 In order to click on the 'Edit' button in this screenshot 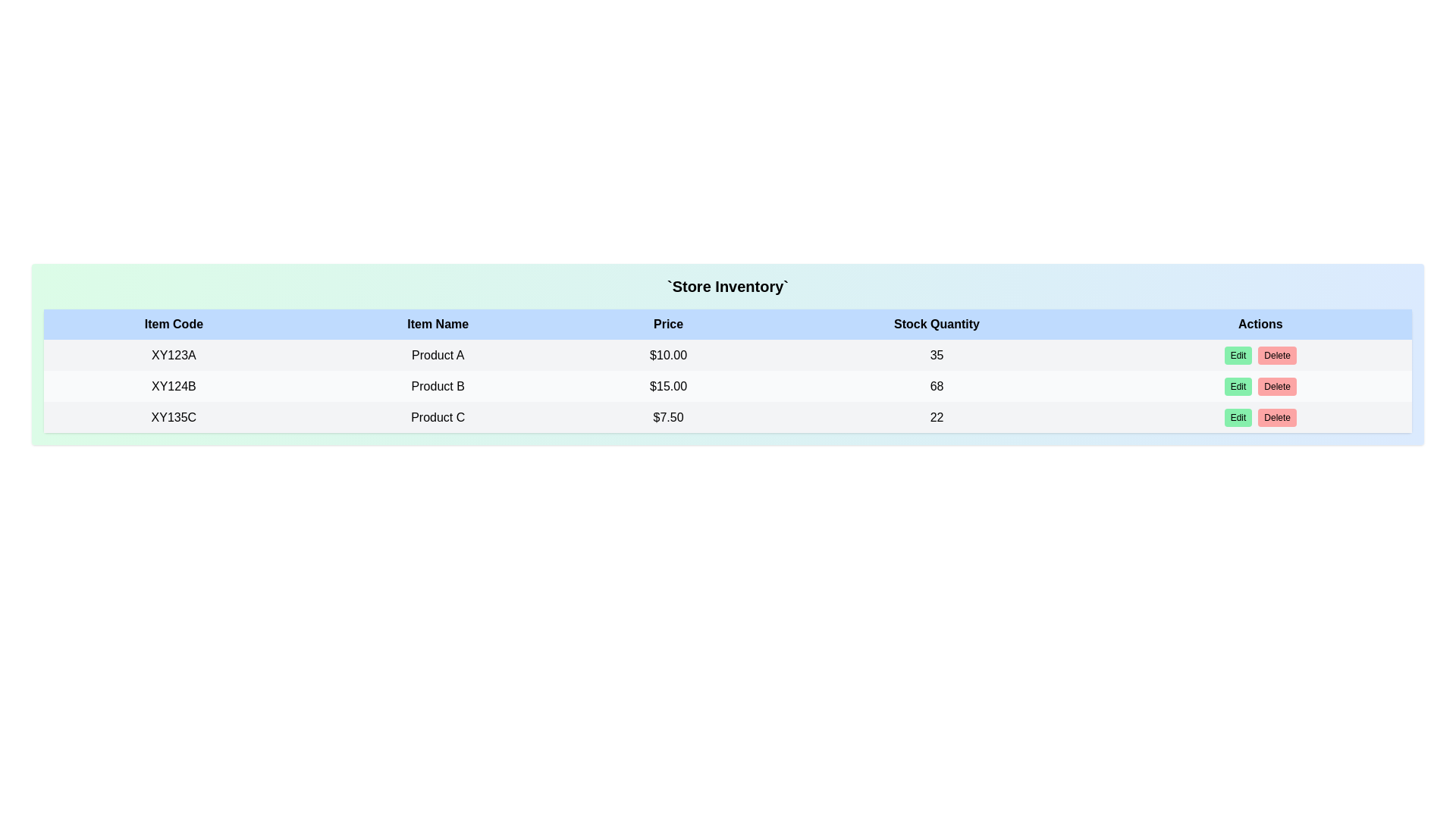, I will do `click(1260, 385)`.